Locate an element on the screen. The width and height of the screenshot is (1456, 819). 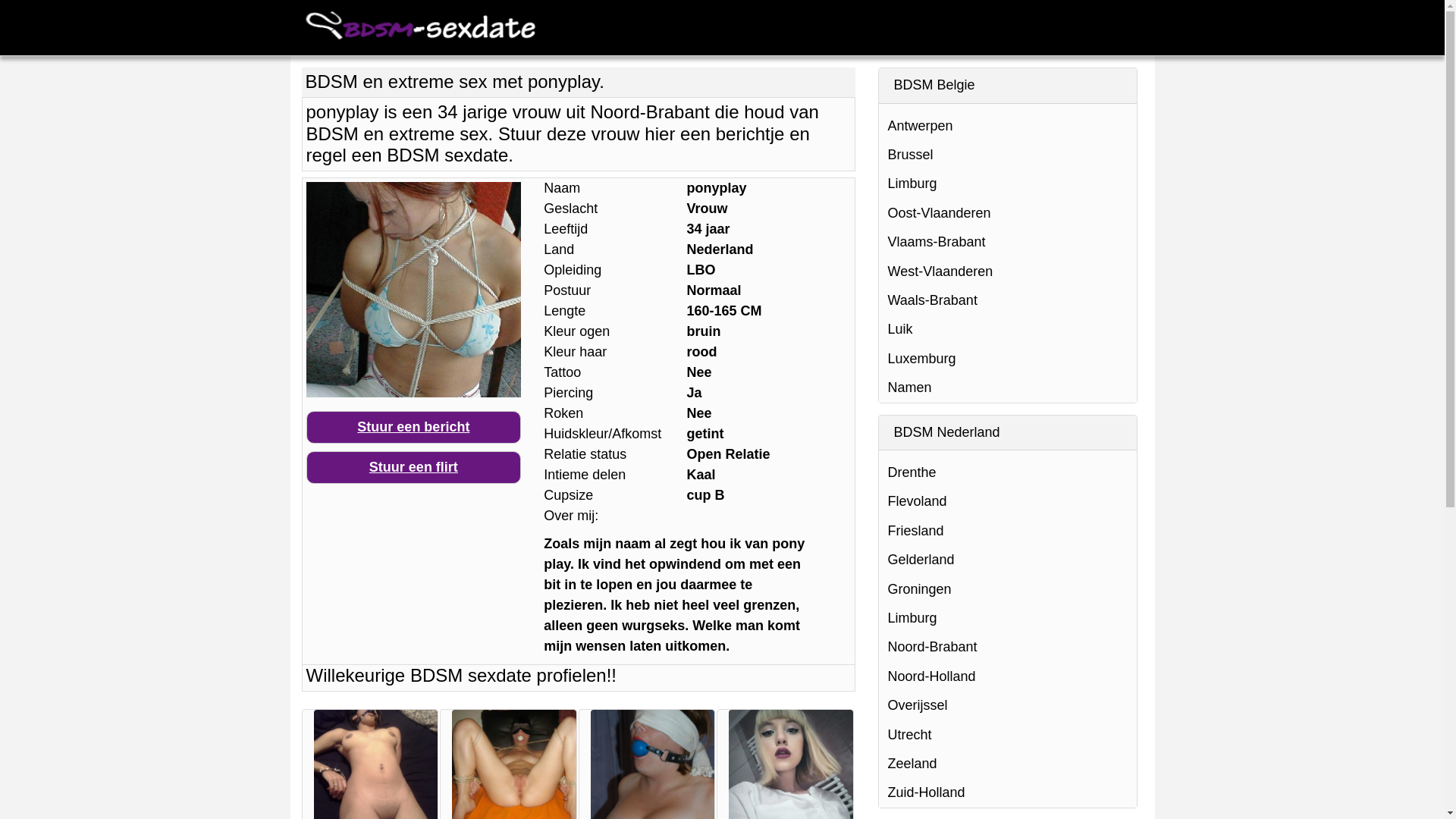
'Luxemburg' is located at coordinates (1007, 359).